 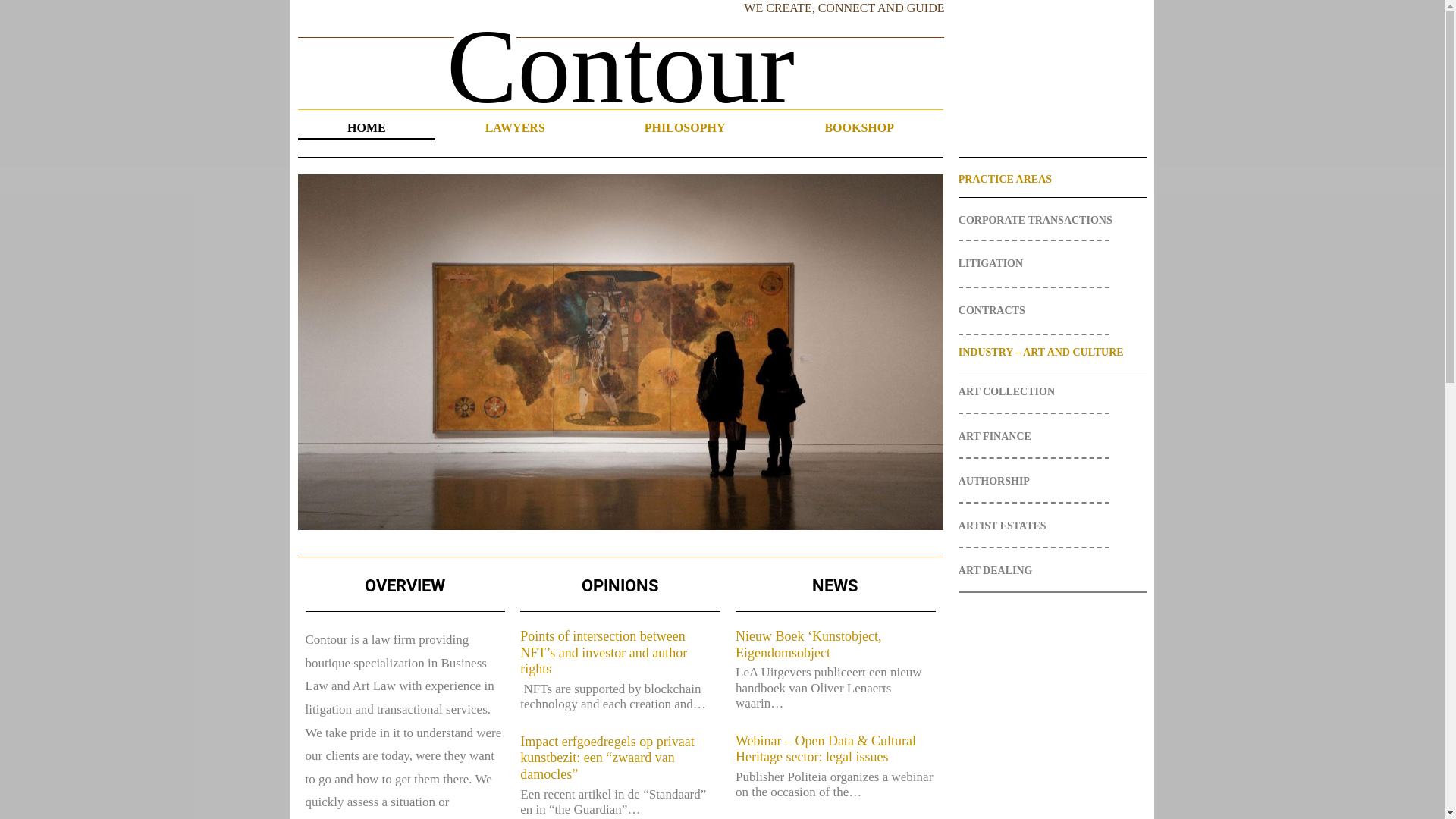 I want to click on 'CORPORATE TRANSACTIONS', so click(x=957, y=220).